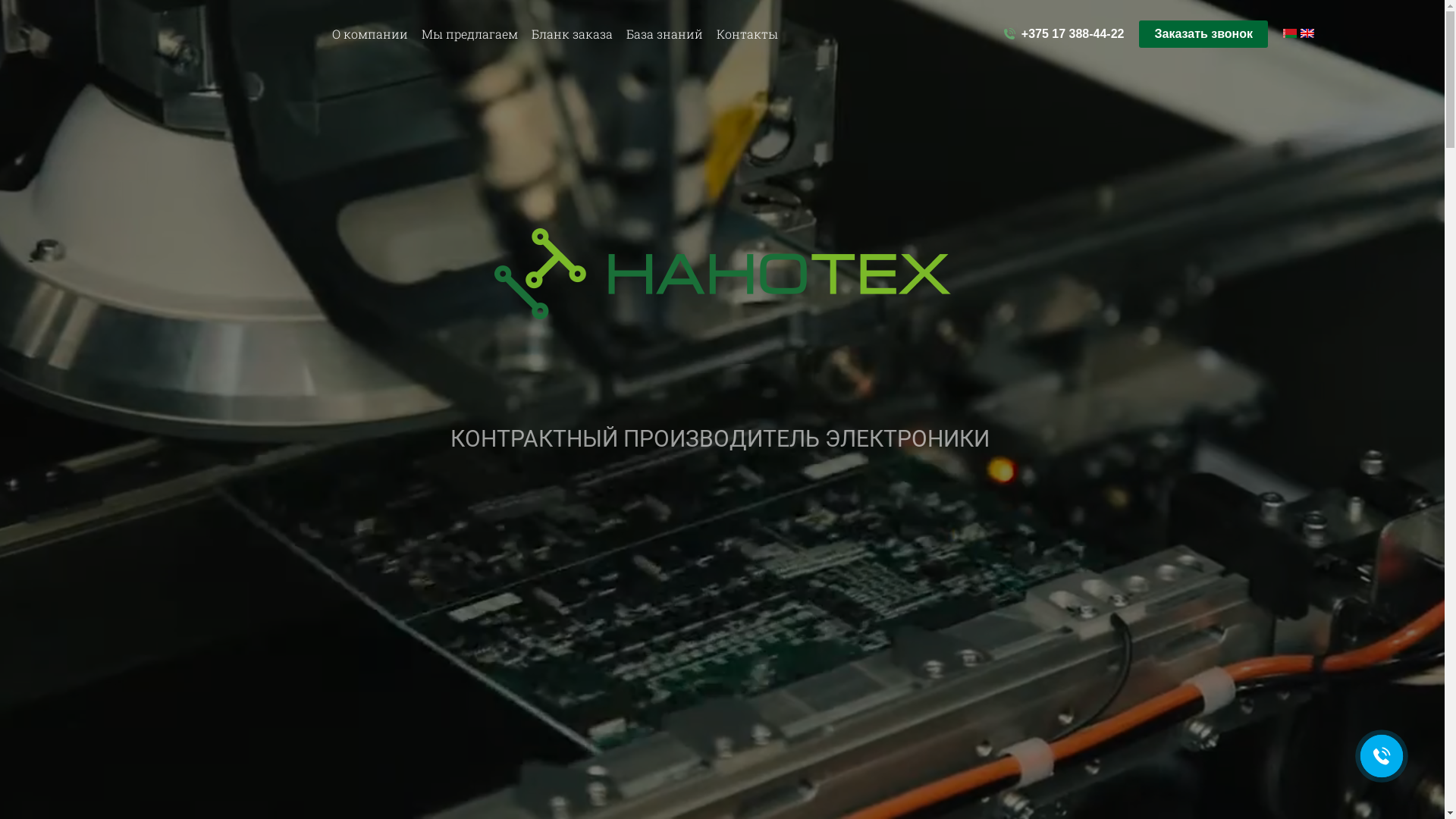  What do you see at coordinates (1062, 34) in the screenshot?
I see `'+375 17 388-44-22'` at bounding box center [1062, 34].